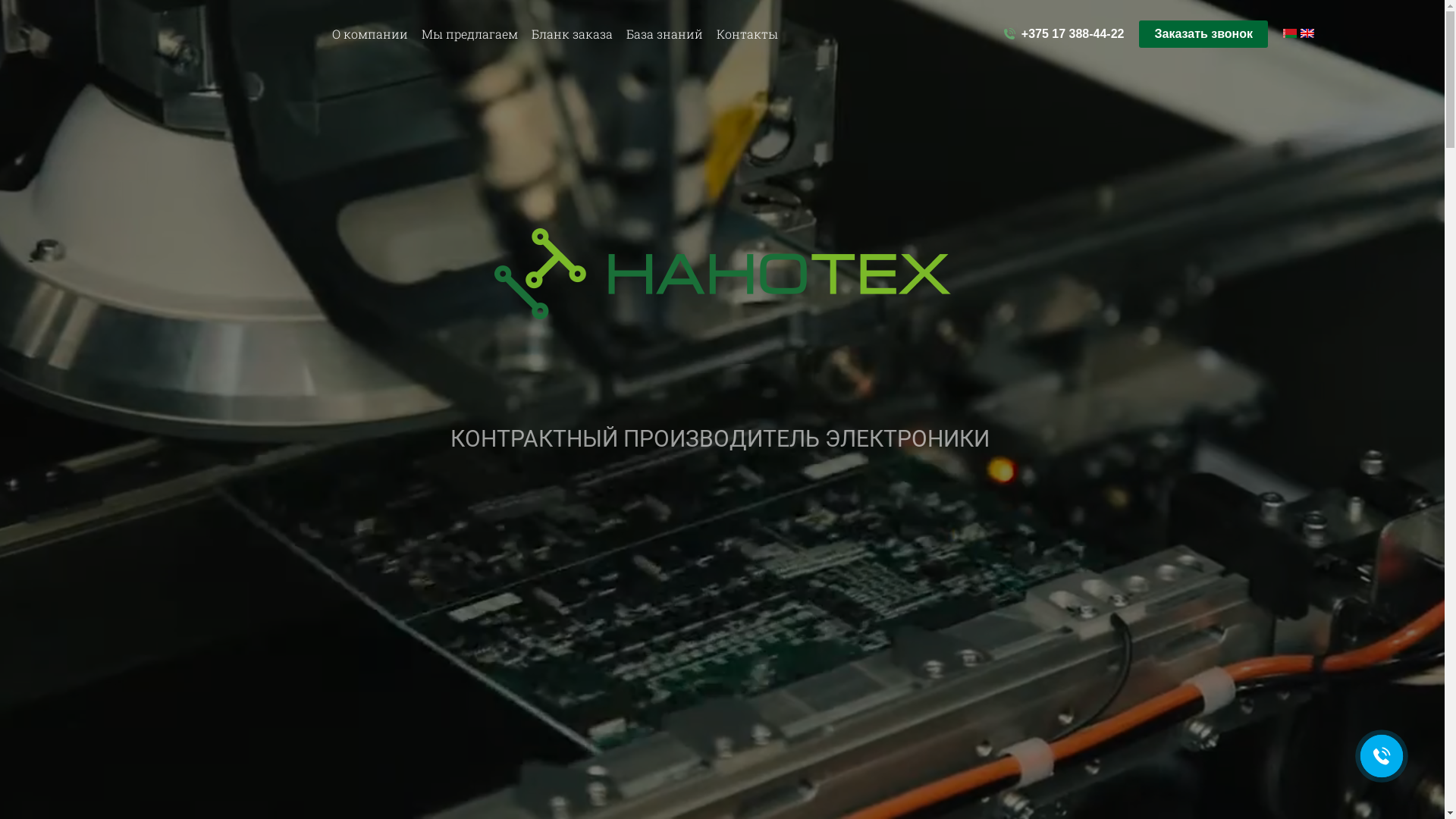  What do you see at coordinates (1062, 34) in the screenshot?
I see `'+375 17 388-44-22'` at bounding box center [1062, 34].